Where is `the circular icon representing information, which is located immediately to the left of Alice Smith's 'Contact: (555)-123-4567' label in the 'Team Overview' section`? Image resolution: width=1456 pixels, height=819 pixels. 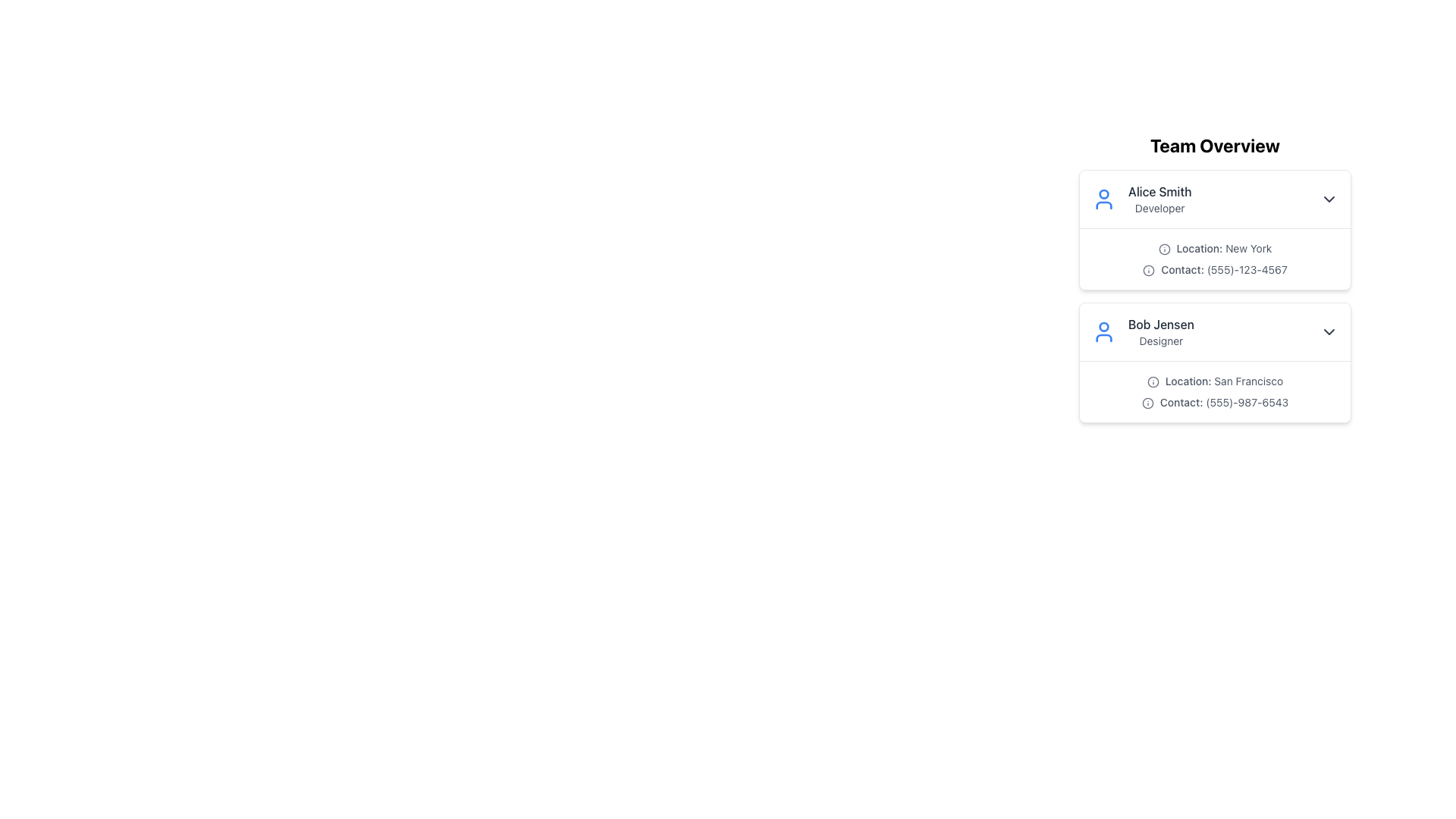 the circular icon representing information, which is located immediately to the left of Alice Smith's 'Contact: (555)-123-4567' label in the 'Team Overview' section is located at coordinates (1149, 270).